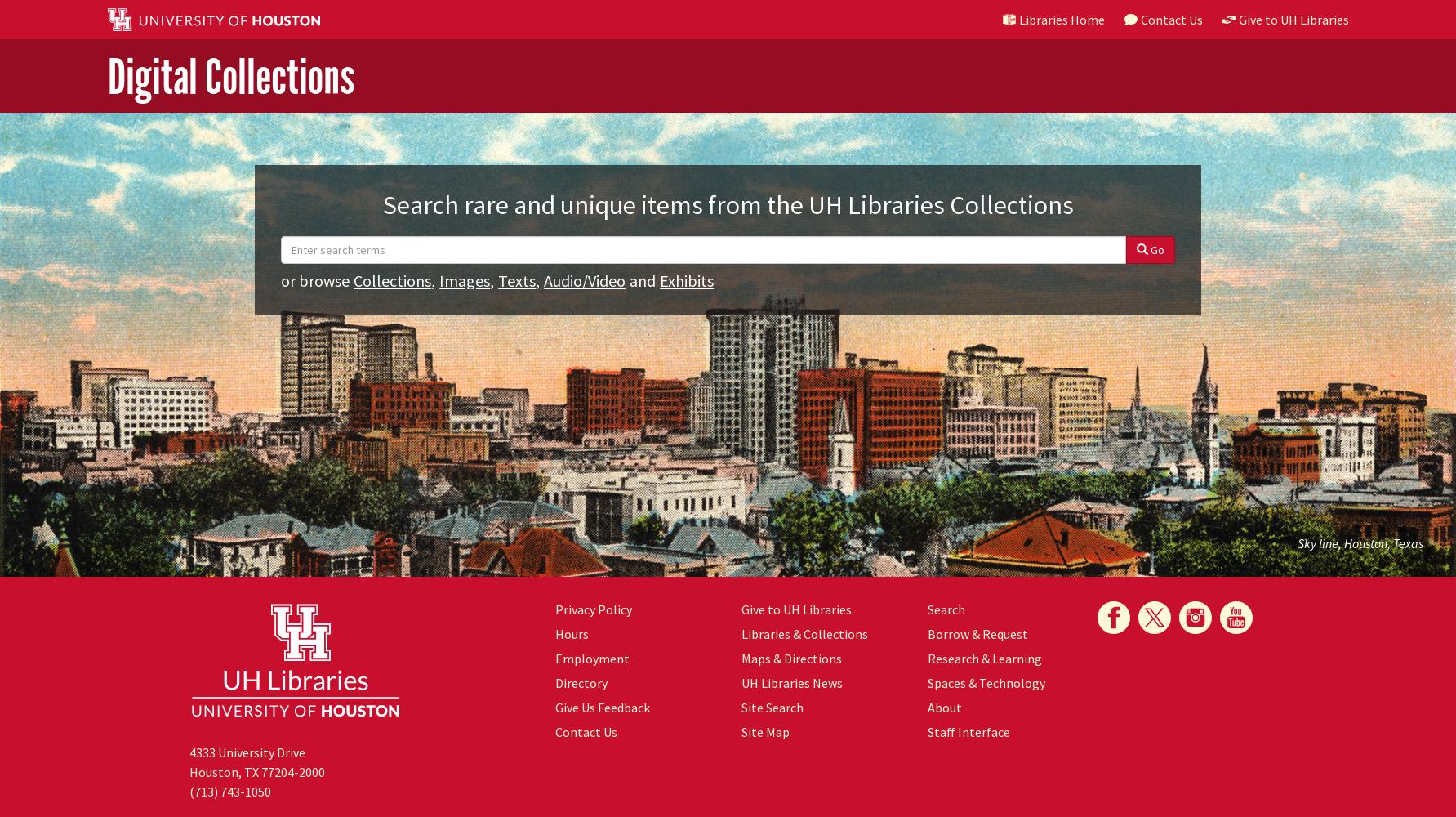 The width and height of the screenshot is (1456, 817). Describe the element at coordinates (945, 609) in the screenshot. I see `'Search'` at that location.